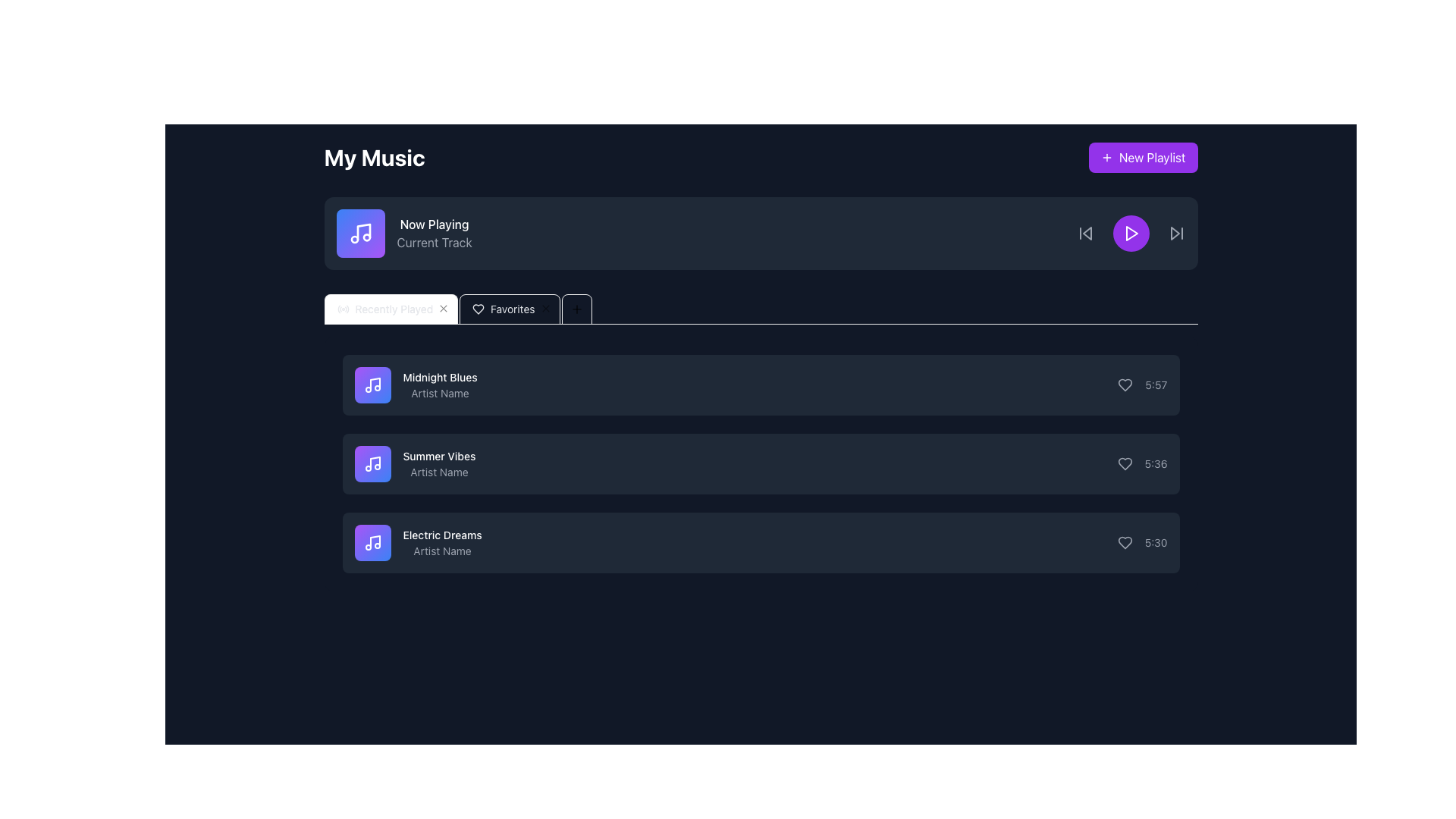 The width and height of the screenshot is (1456, 819). Describe the element at coordinates (441, 542) in the screenshot. I see `the text descriptor for the last music track in the playlist` at that location.